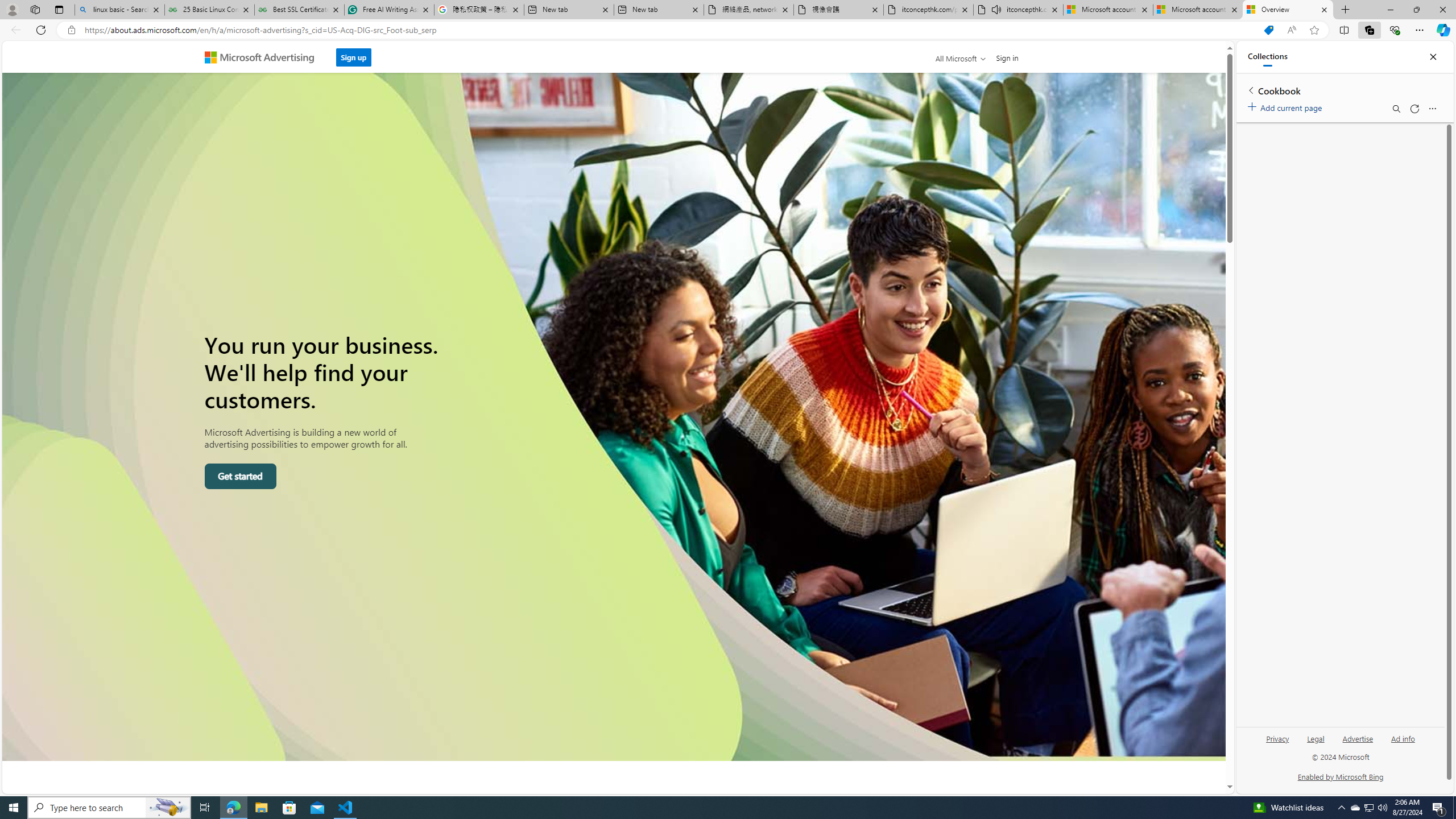 This screenshot has width=1456, height=819. I want to click on 'linux basic - Search', so click(118, 9).